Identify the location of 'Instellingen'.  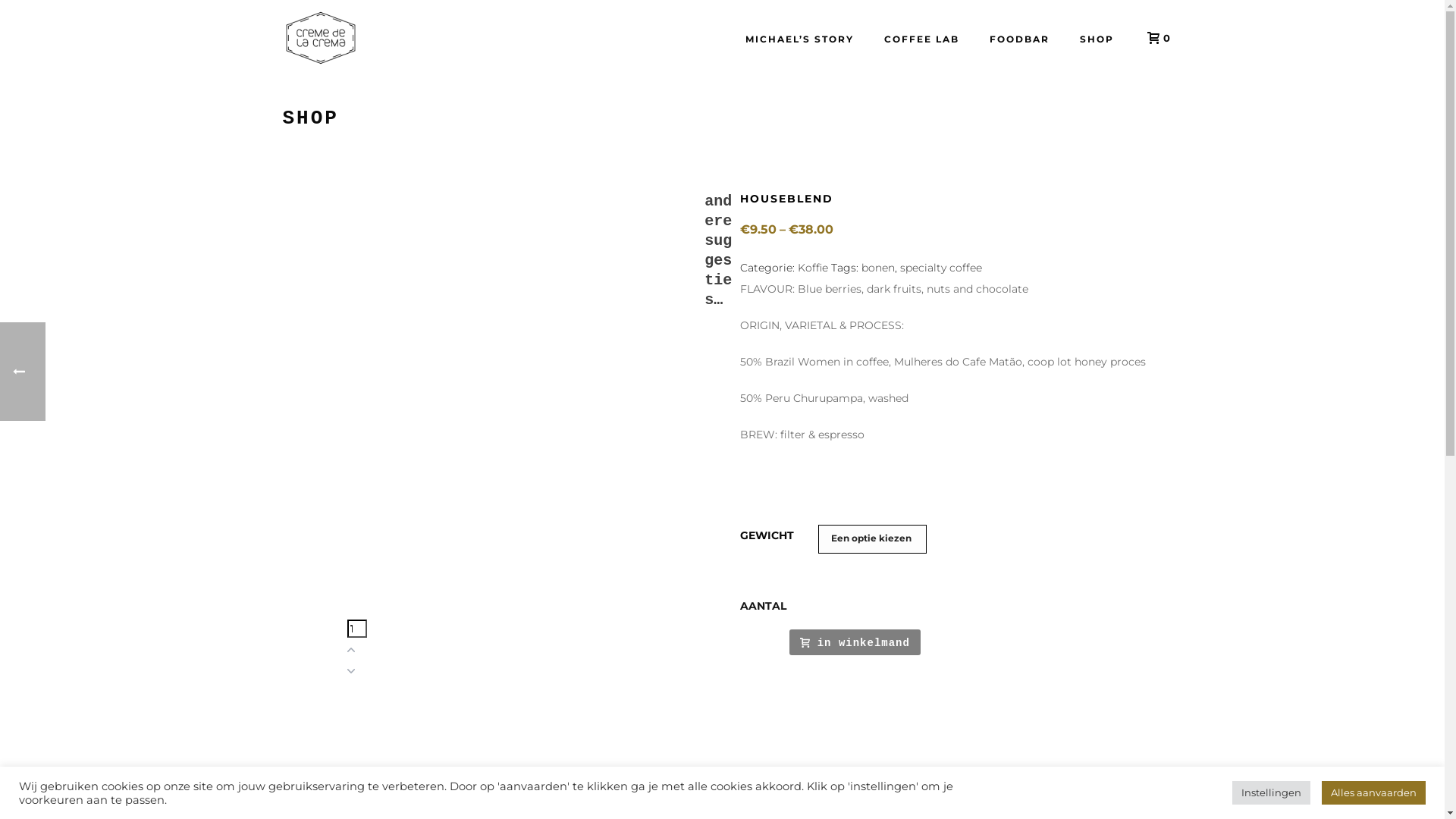
(1232, 792).